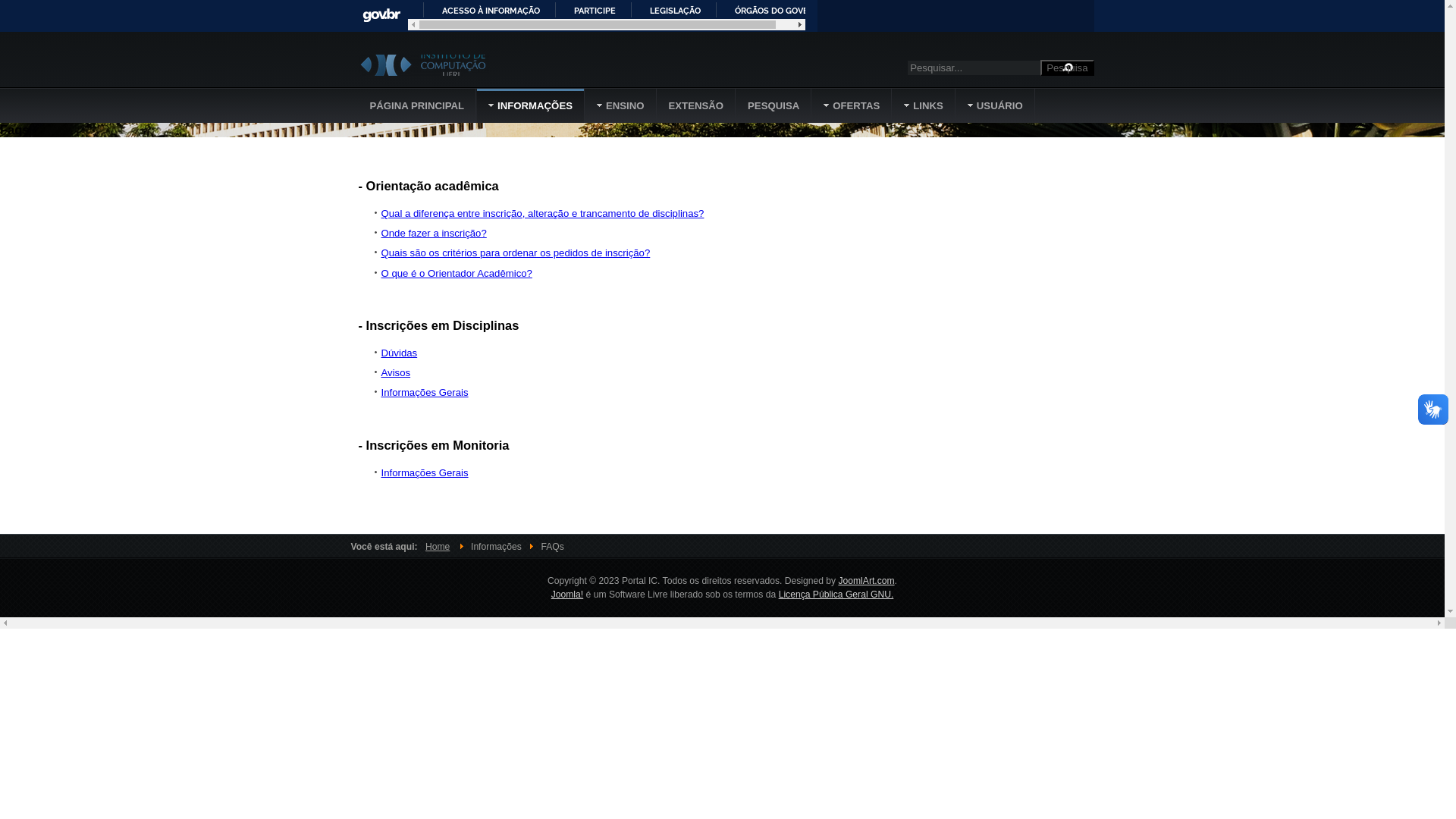 This screenshot has height=819, width=1456. What do you see at coordinates (923, 105) in the screenshot?
I see `'LINKS'` at bounding box center [923, 105].